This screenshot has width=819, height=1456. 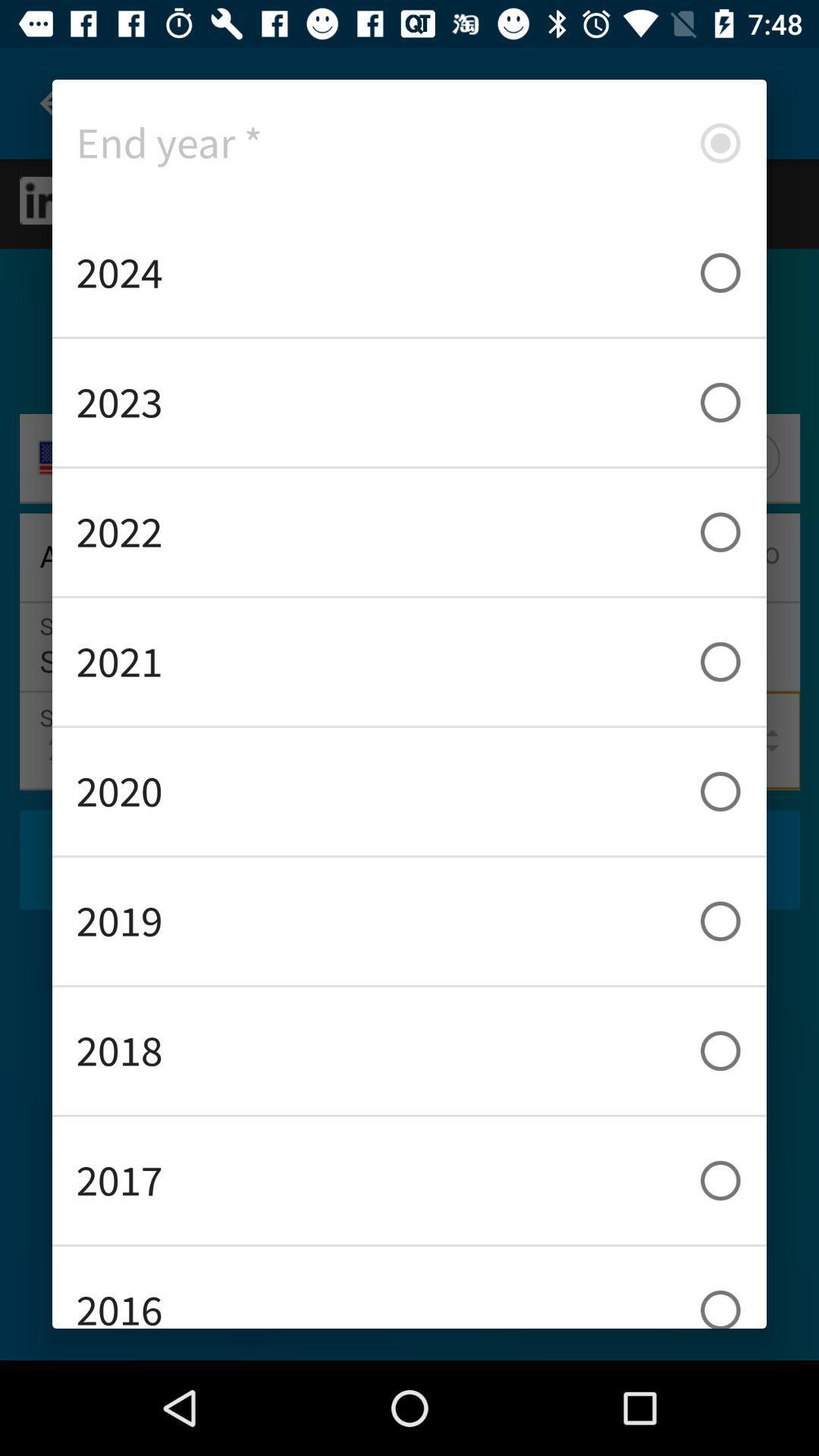 I want to click on 2016 icon, so click(x=409, y=1287).